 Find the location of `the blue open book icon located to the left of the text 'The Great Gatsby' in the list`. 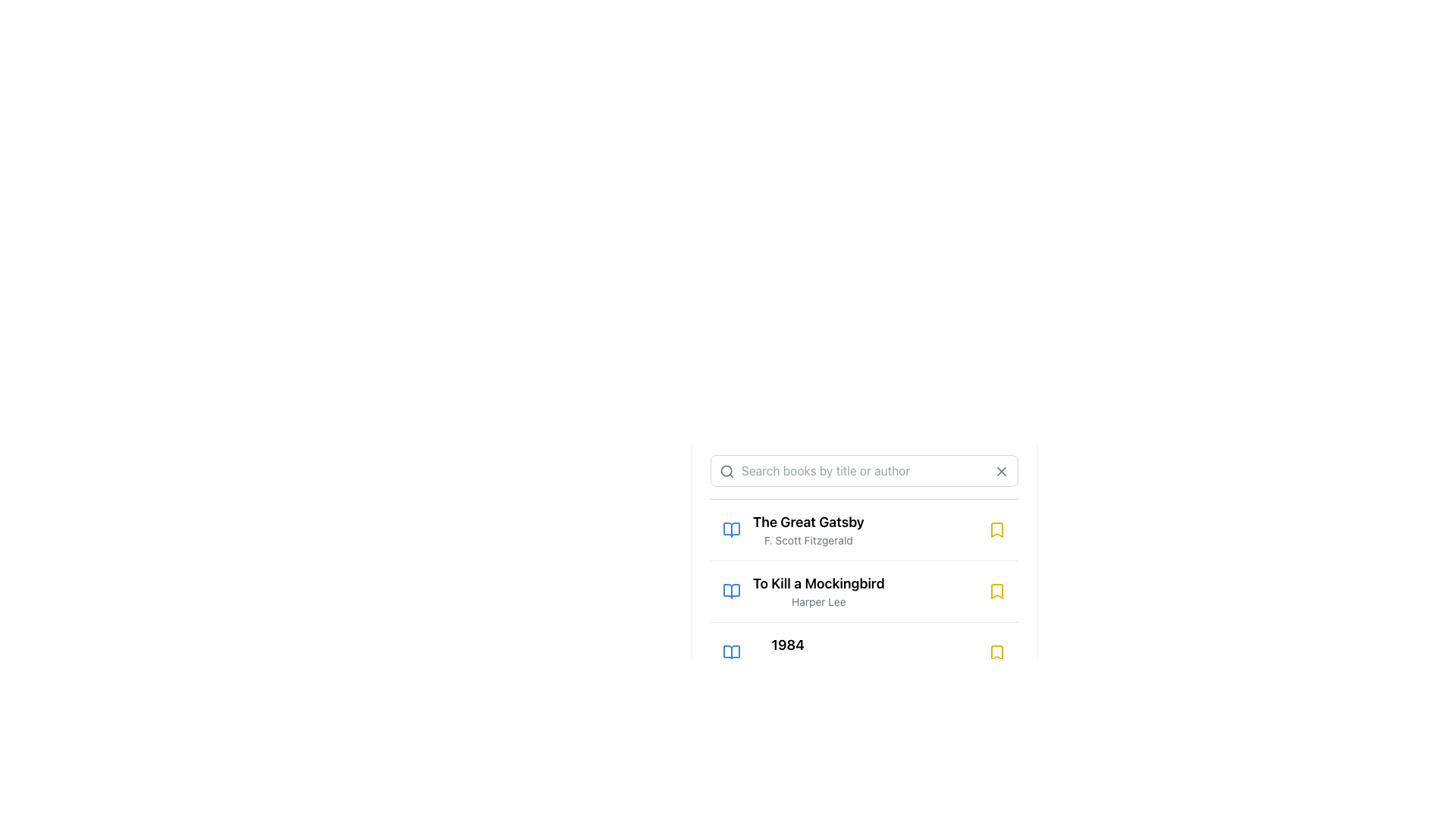

the blue open book icon located to the left of the text 'The Great Gatsby' in the list is located at coordinates (731, 529).